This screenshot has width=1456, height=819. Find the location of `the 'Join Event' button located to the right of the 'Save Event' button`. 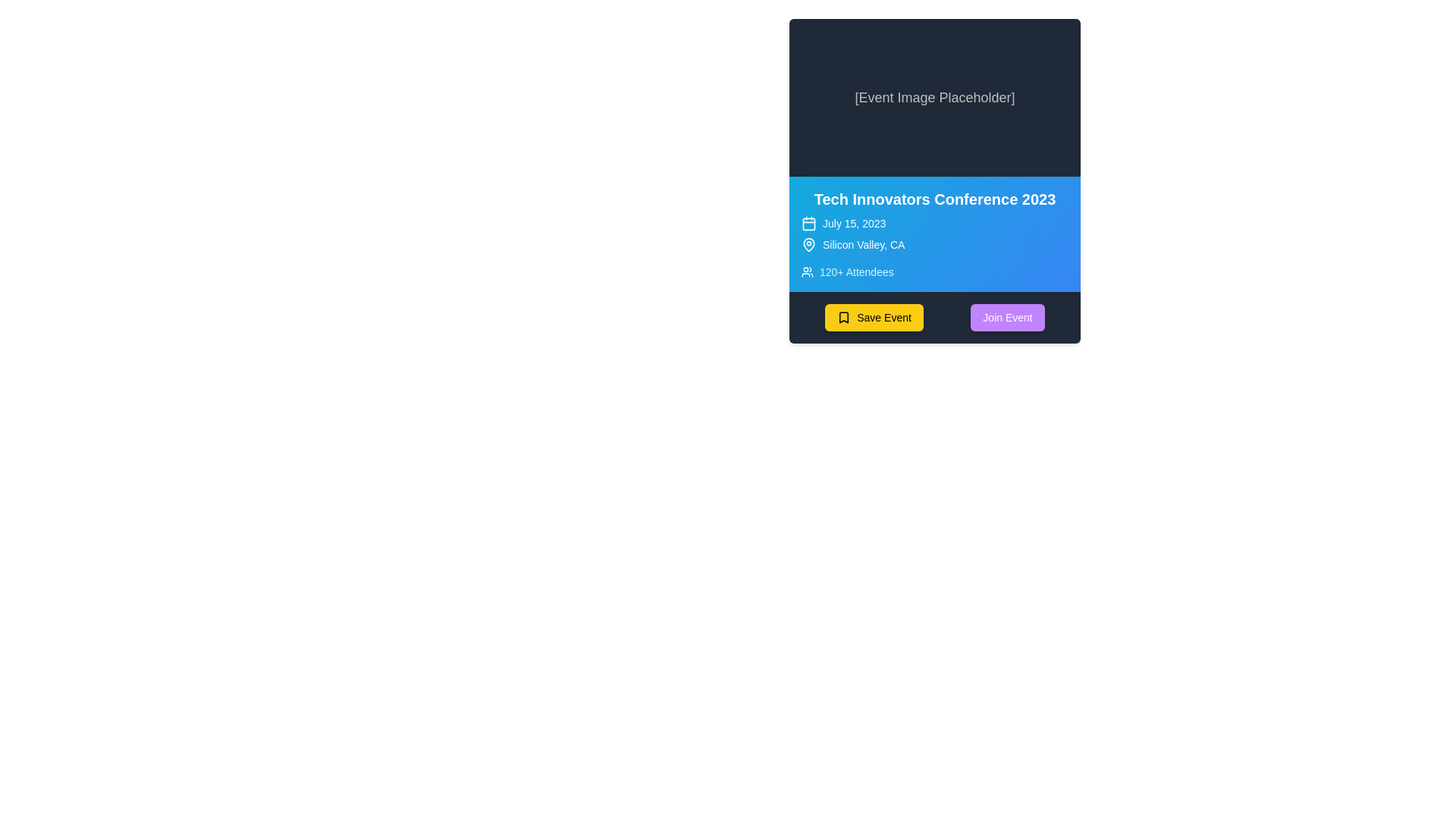

the 'Join Event' button located to the right of the 'Save Event' button is located at coordinates (1008, 317).